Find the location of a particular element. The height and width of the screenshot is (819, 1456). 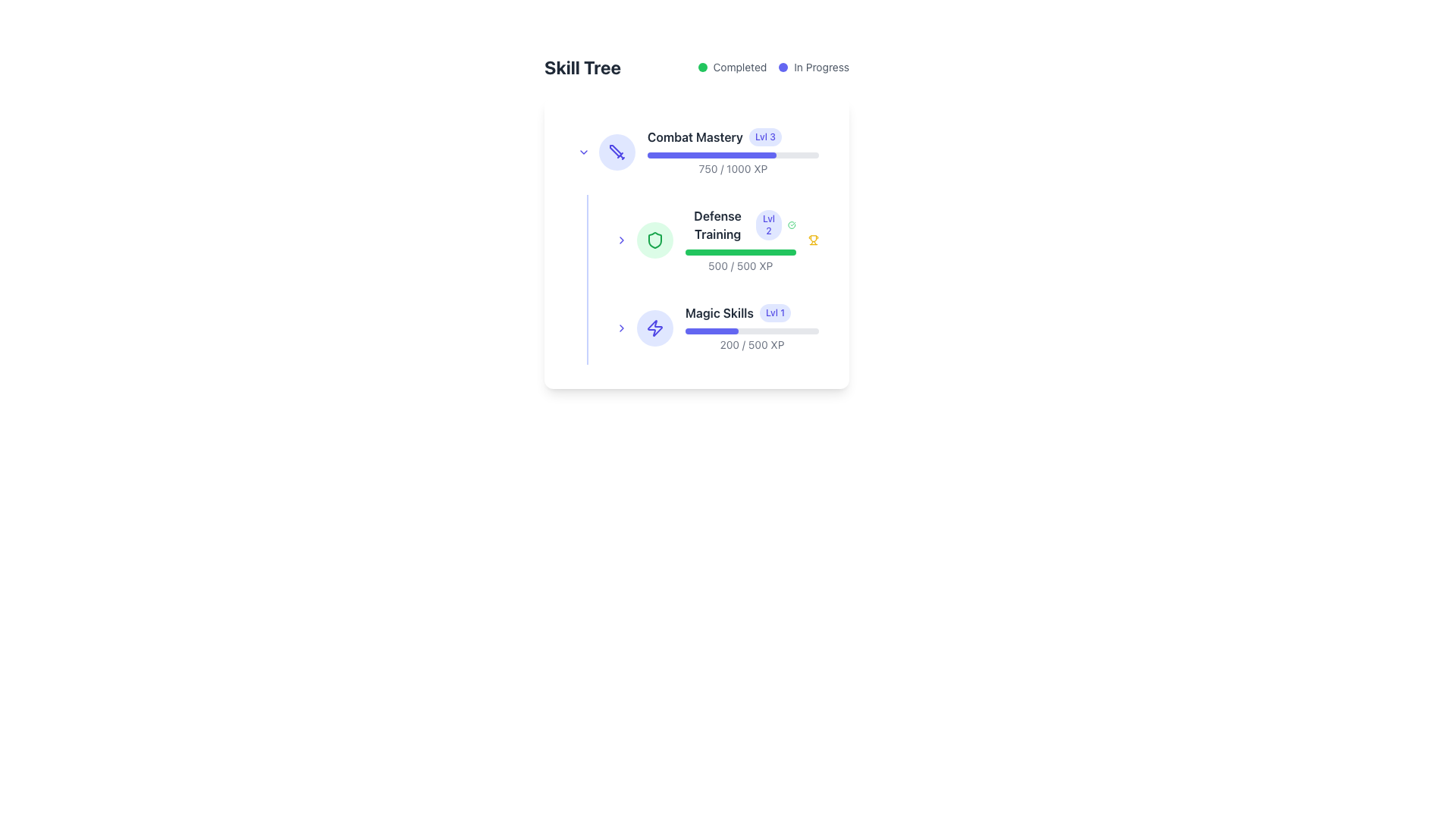

the progress level of the Progress Bar located under 'Magic Skills' and above the XP indicator '200 / 500 XP' in the skill tree interface is located at coordinates (752, 330).